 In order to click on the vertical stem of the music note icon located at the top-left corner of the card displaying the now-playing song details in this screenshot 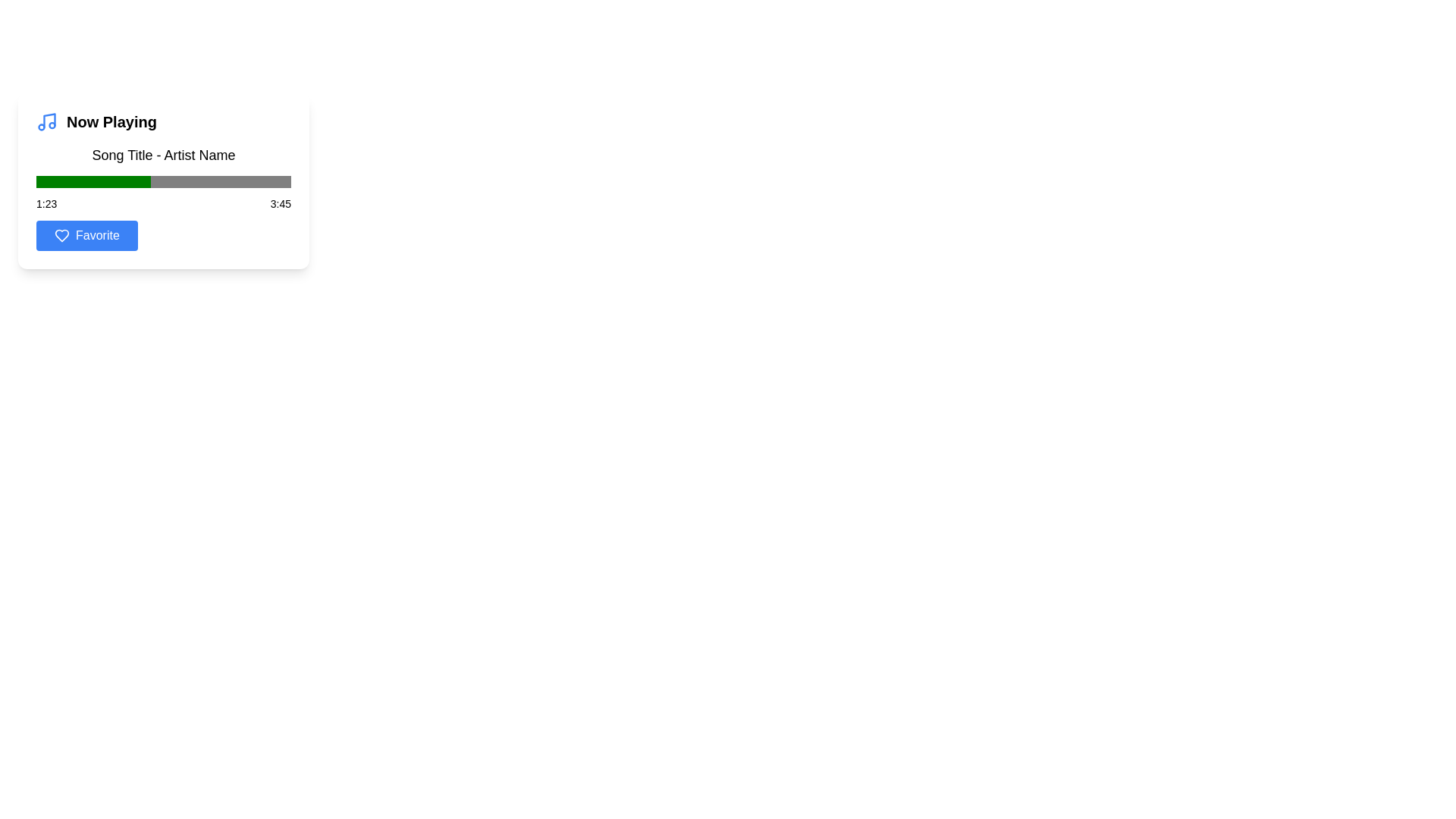, I will do `click(49, 120)`.